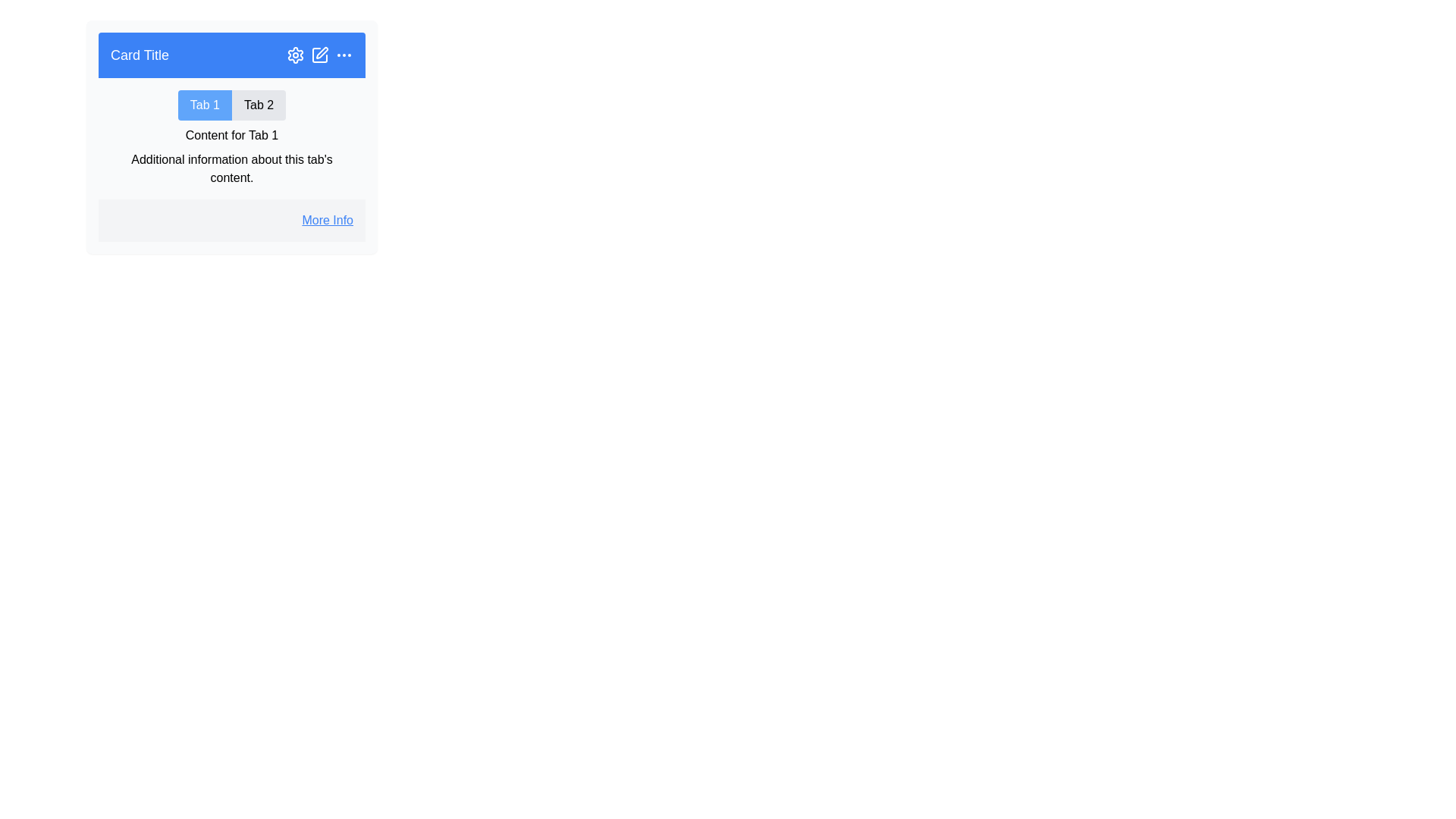 The height and width of the screenshot is (819, 1456). Describe the element at coordinates (319, 55) in the screenshot. I see `the edit icon, which is a pen inside a square boundary located in the top-right section of the blue header bar of the card component` at that location.